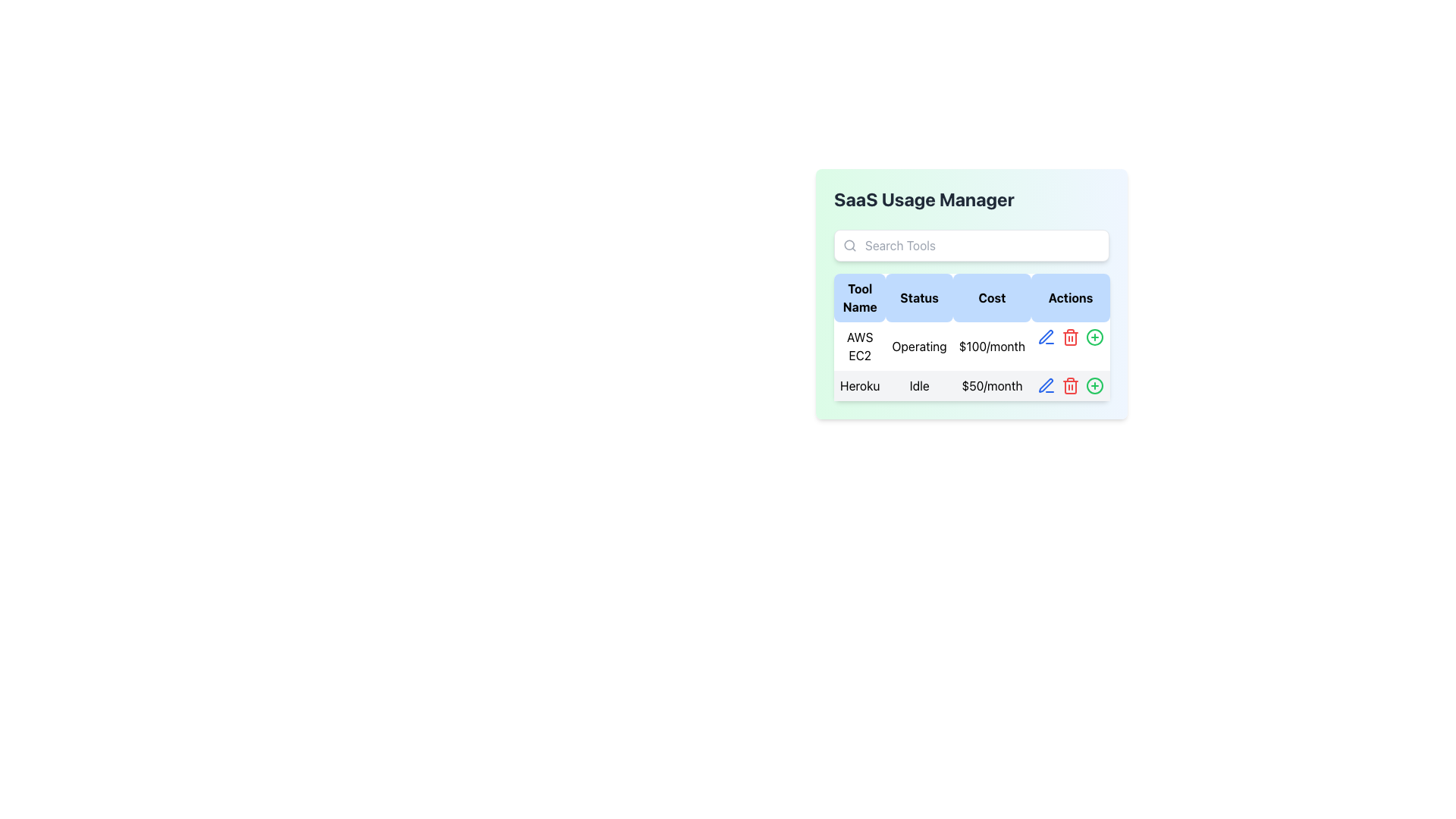  I want to click on the table header row which contains the column titles 'Tool Name', 'Status', 'Cost', and 'Actions', so click(971, 298).